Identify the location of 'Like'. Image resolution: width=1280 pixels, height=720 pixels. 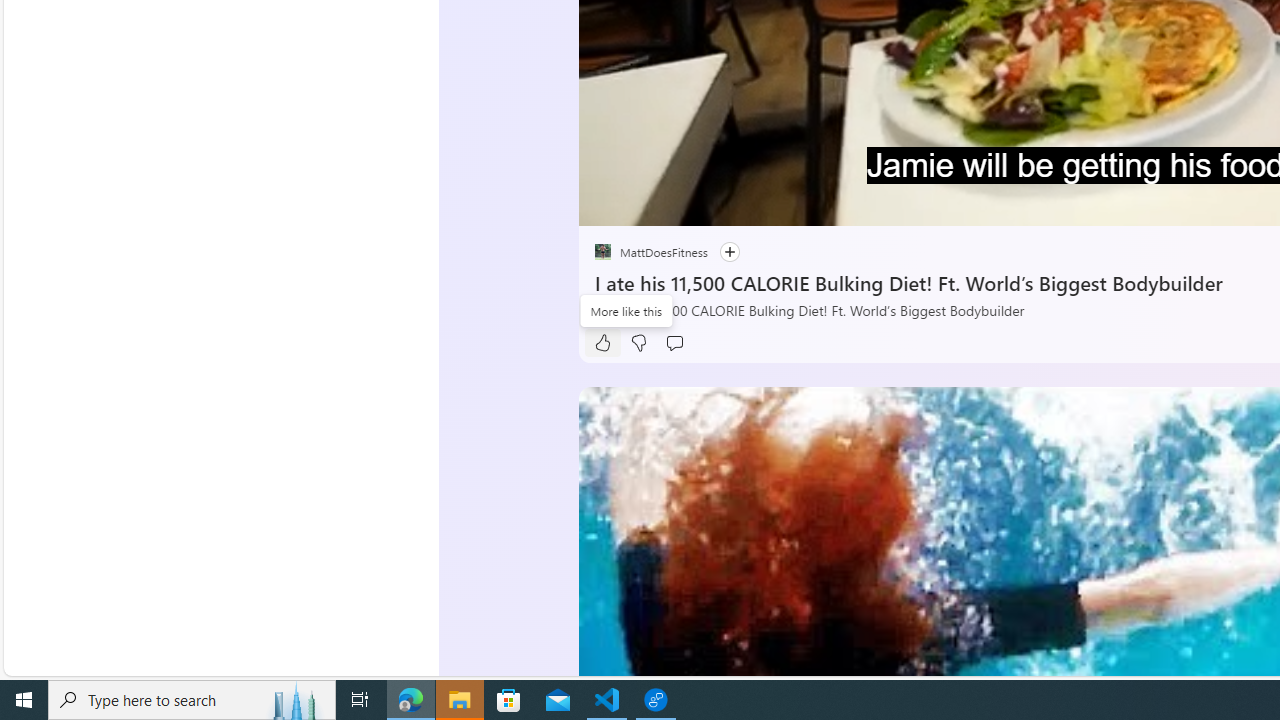
(601, 342).